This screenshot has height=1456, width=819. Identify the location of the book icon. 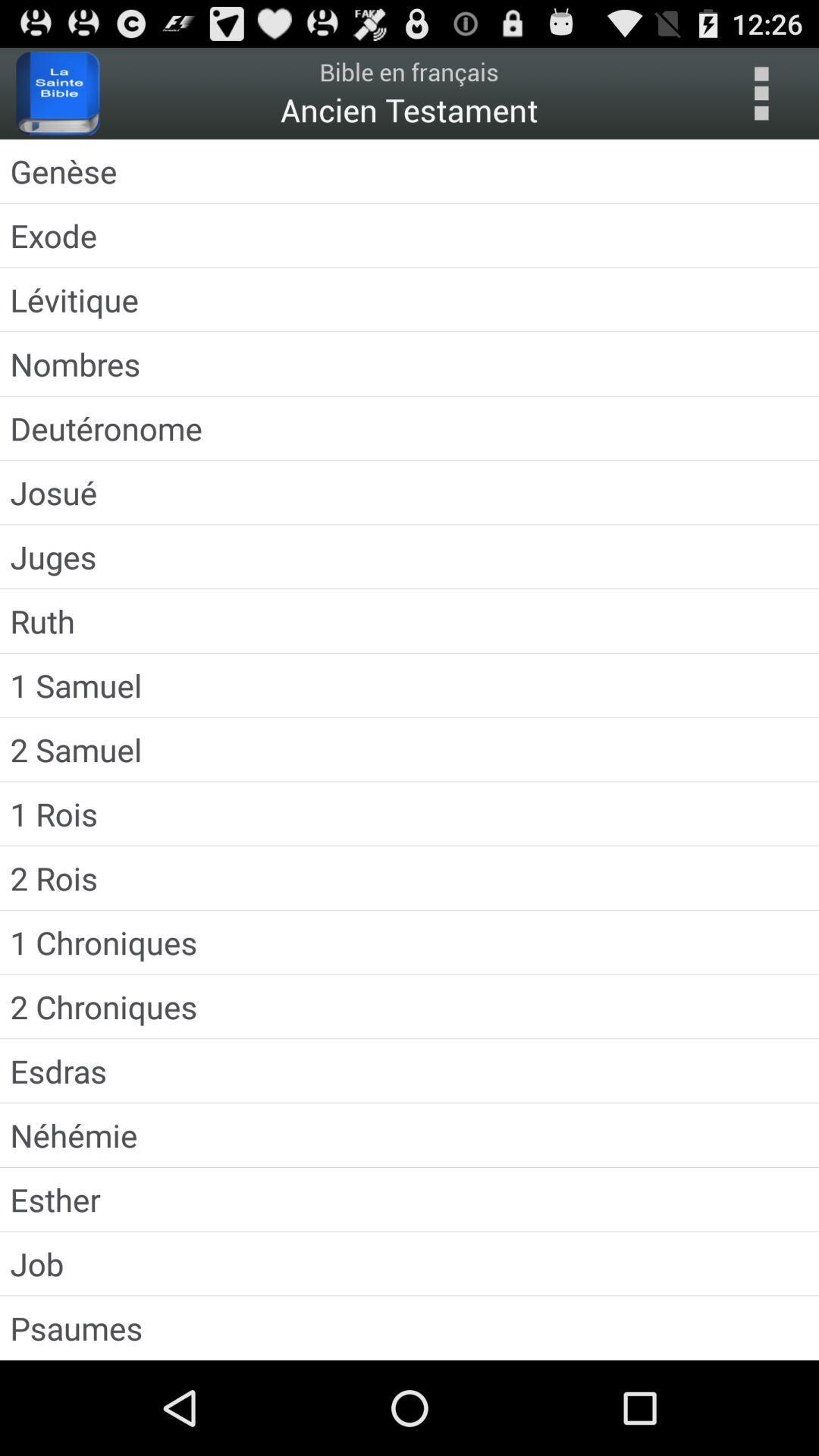
(57, 99).